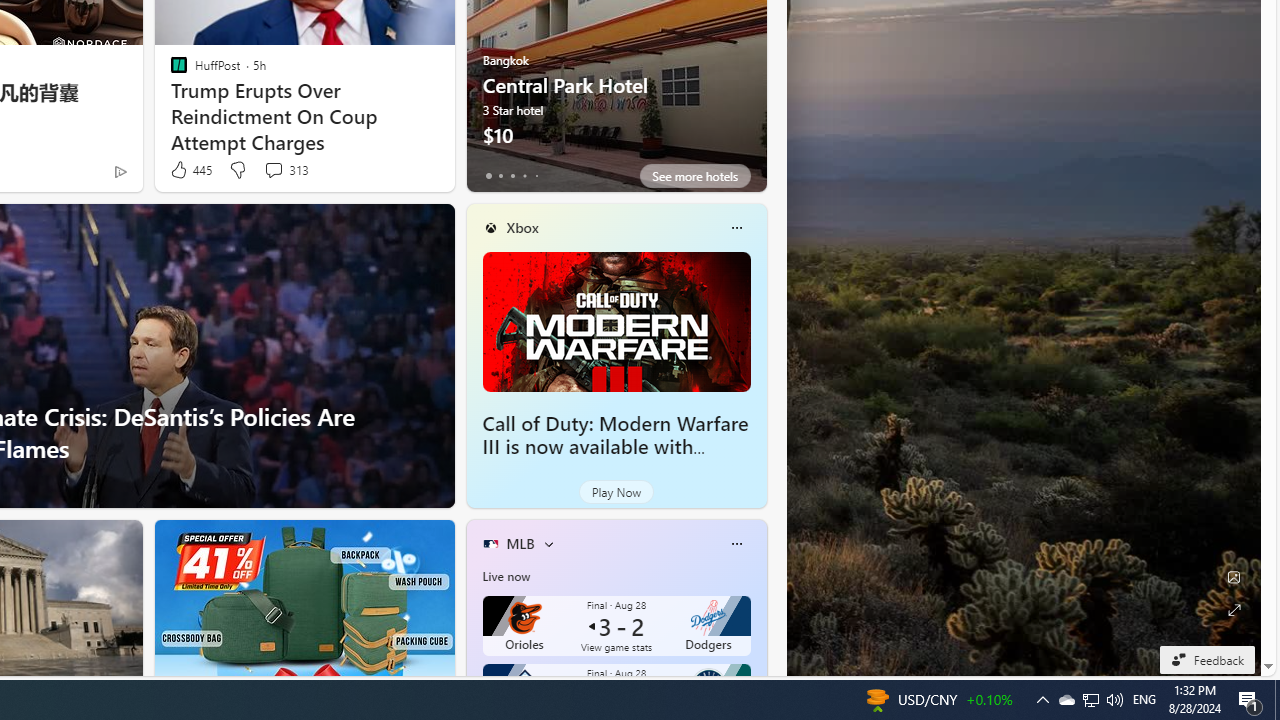  What do you see at coordinates (488, 175) in the screenshot?
I see `'tab-0'` at bounding box center [488, 175].